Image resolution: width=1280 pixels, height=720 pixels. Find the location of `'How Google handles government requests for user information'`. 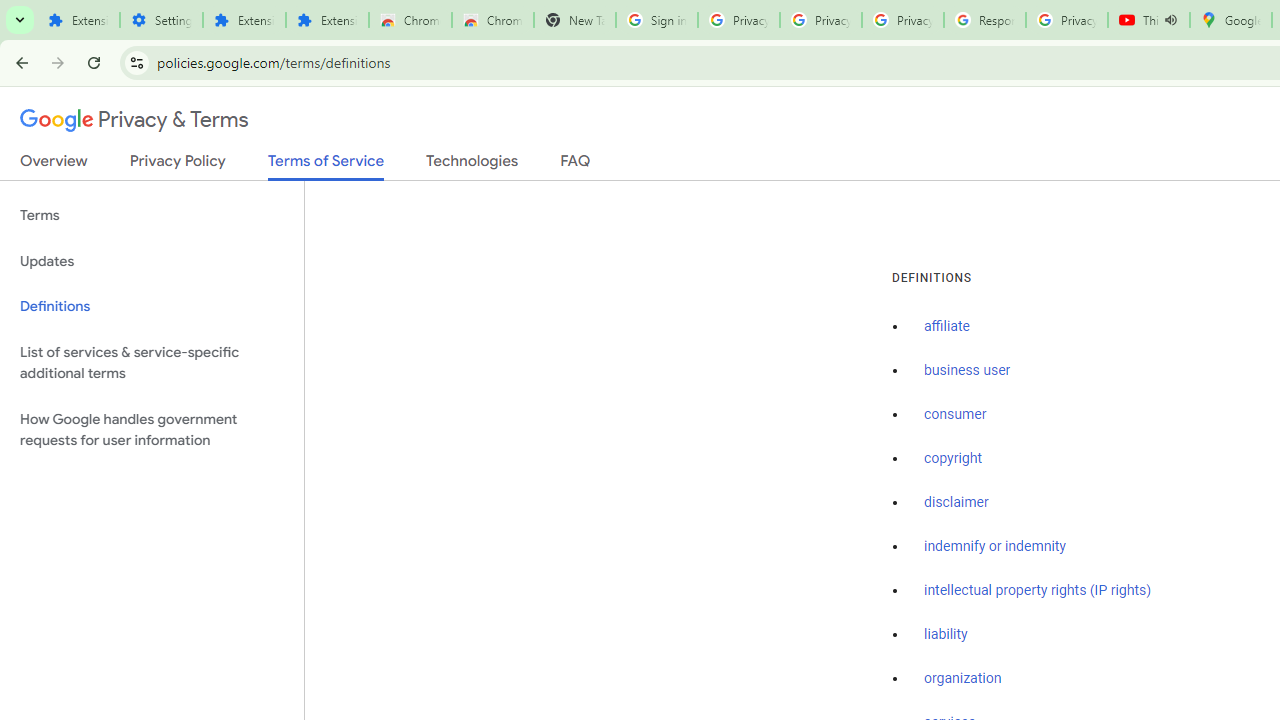

'How Google handles government requests for user information' is located at coordinates (151, 428).